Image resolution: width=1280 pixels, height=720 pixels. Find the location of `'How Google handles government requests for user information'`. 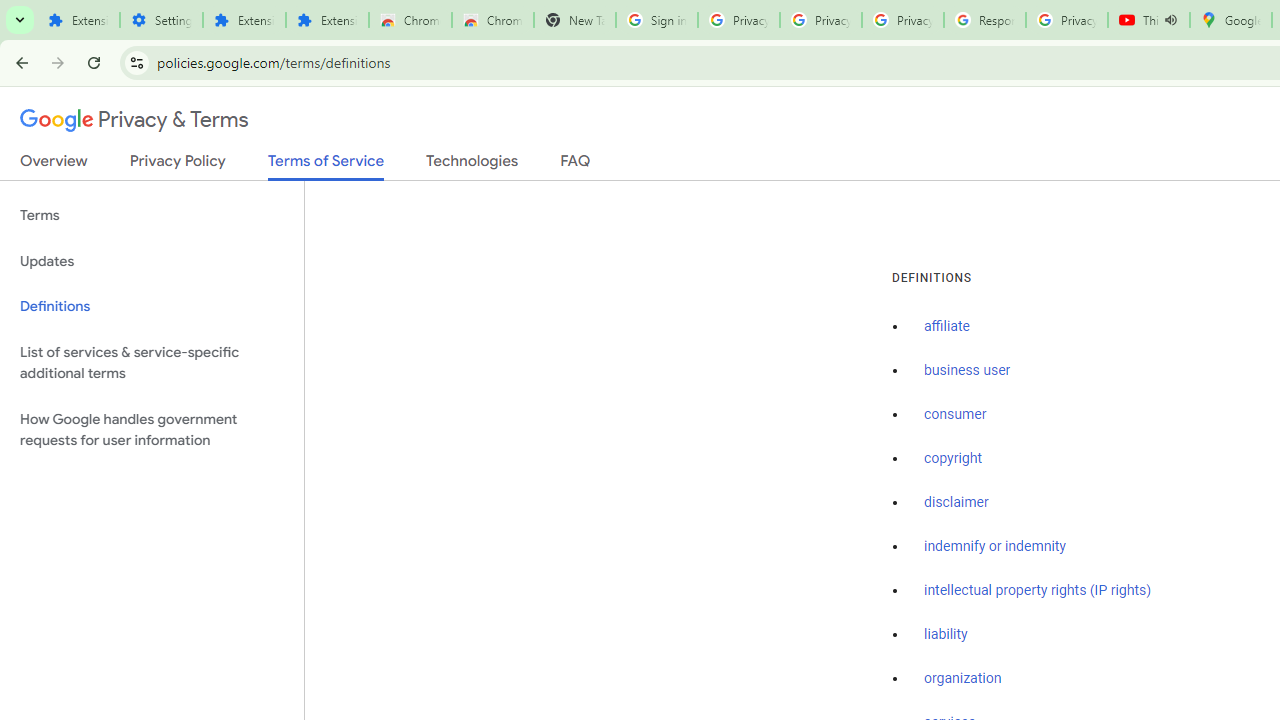

'How Google handles government requests for user information' is located at coordinates (151, 428).